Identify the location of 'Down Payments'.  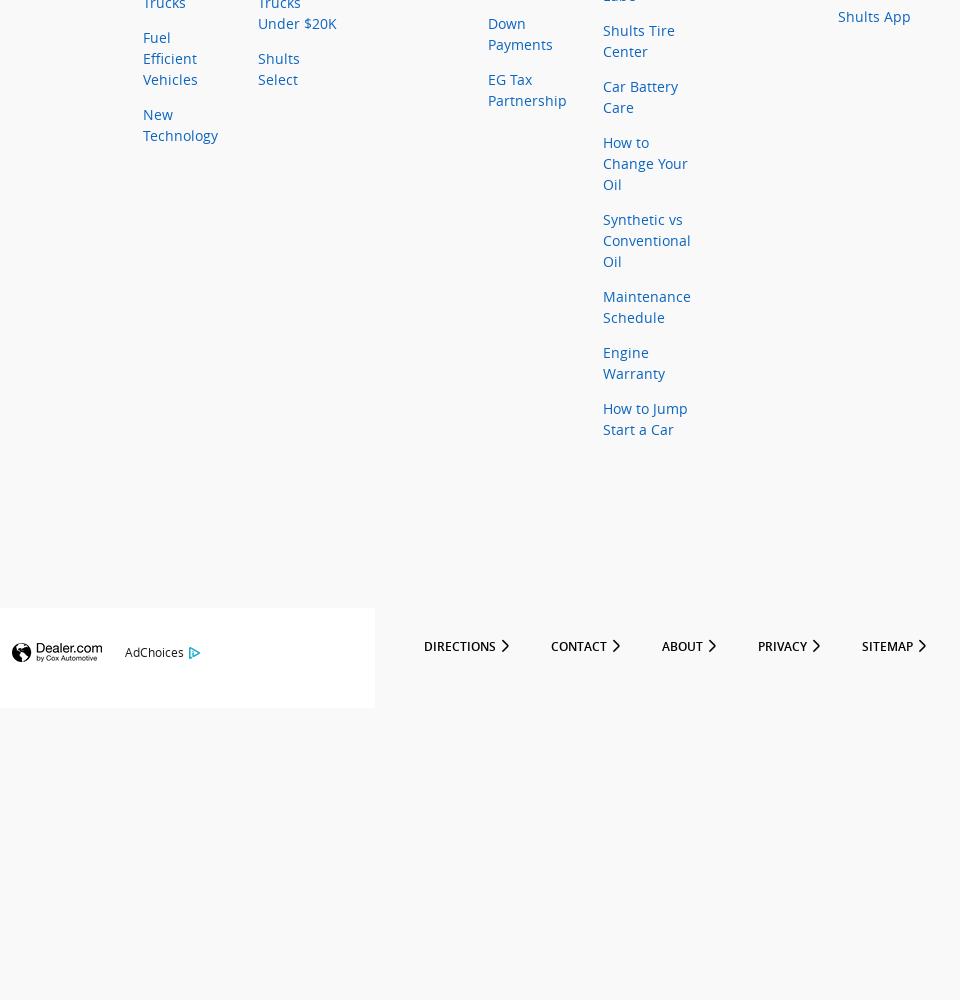
(519, 34).